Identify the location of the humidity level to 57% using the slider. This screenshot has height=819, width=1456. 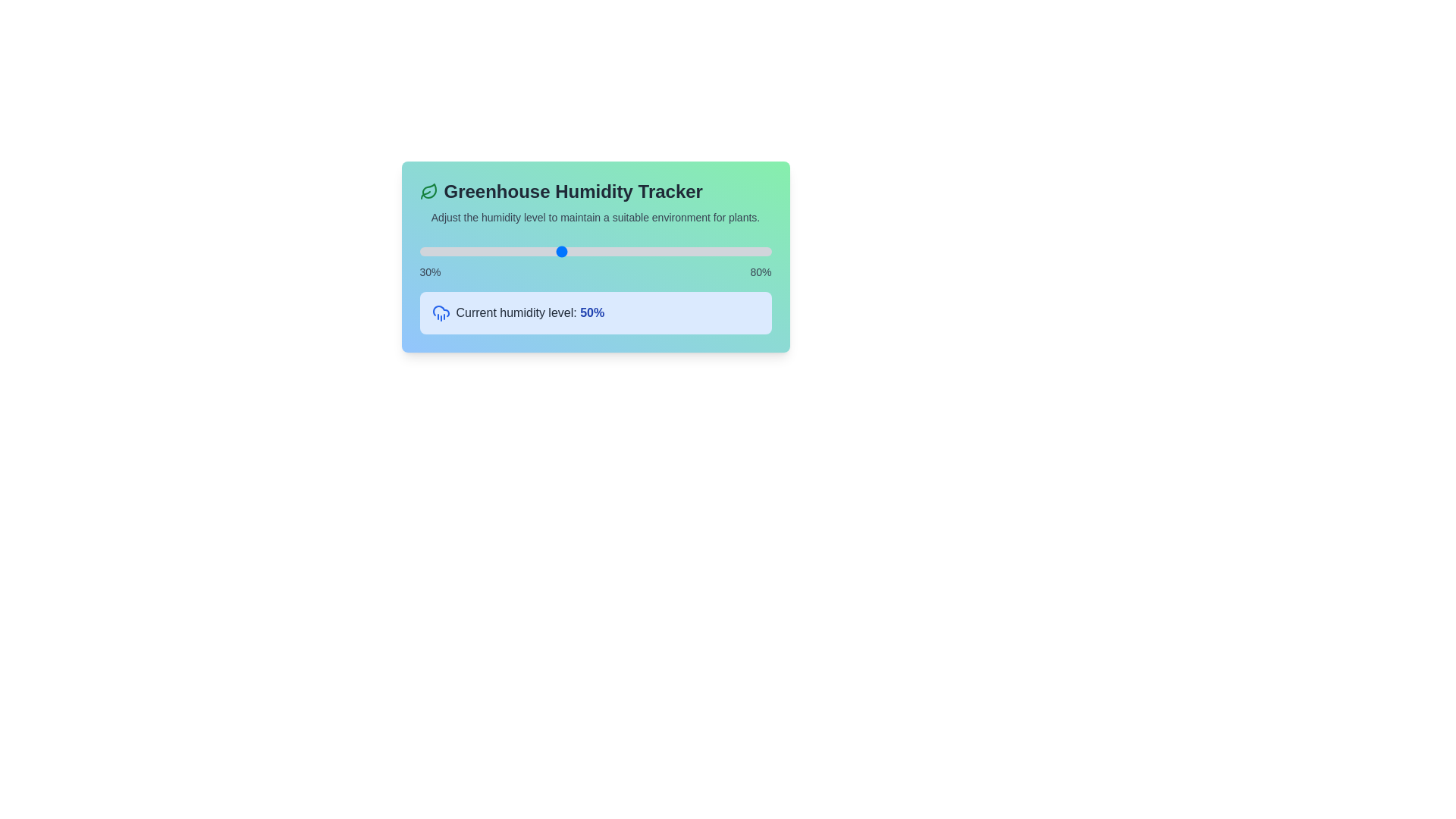
(610, 250).